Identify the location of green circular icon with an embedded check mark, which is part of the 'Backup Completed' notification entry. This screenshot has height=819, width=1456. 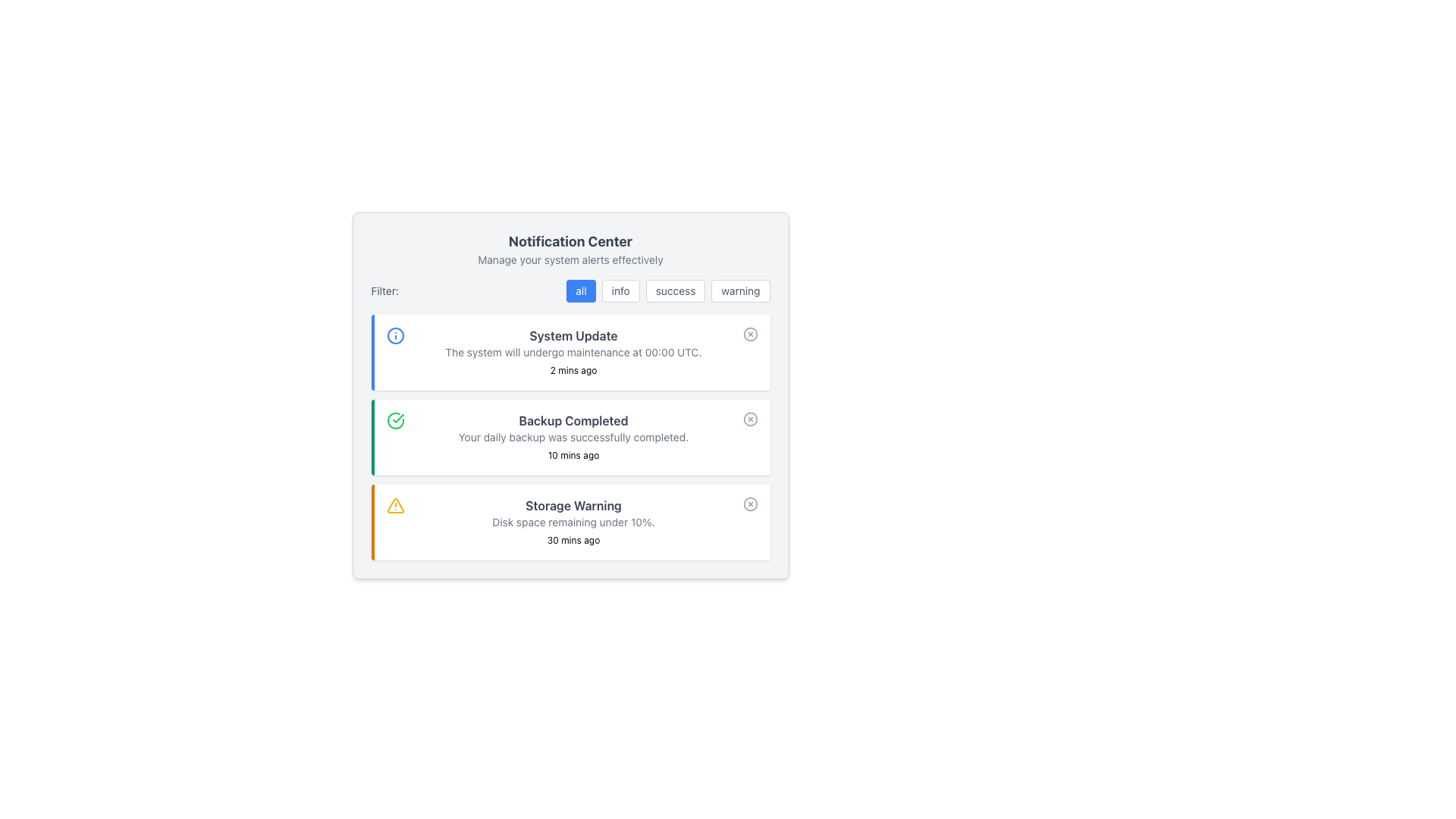
(395, 421).